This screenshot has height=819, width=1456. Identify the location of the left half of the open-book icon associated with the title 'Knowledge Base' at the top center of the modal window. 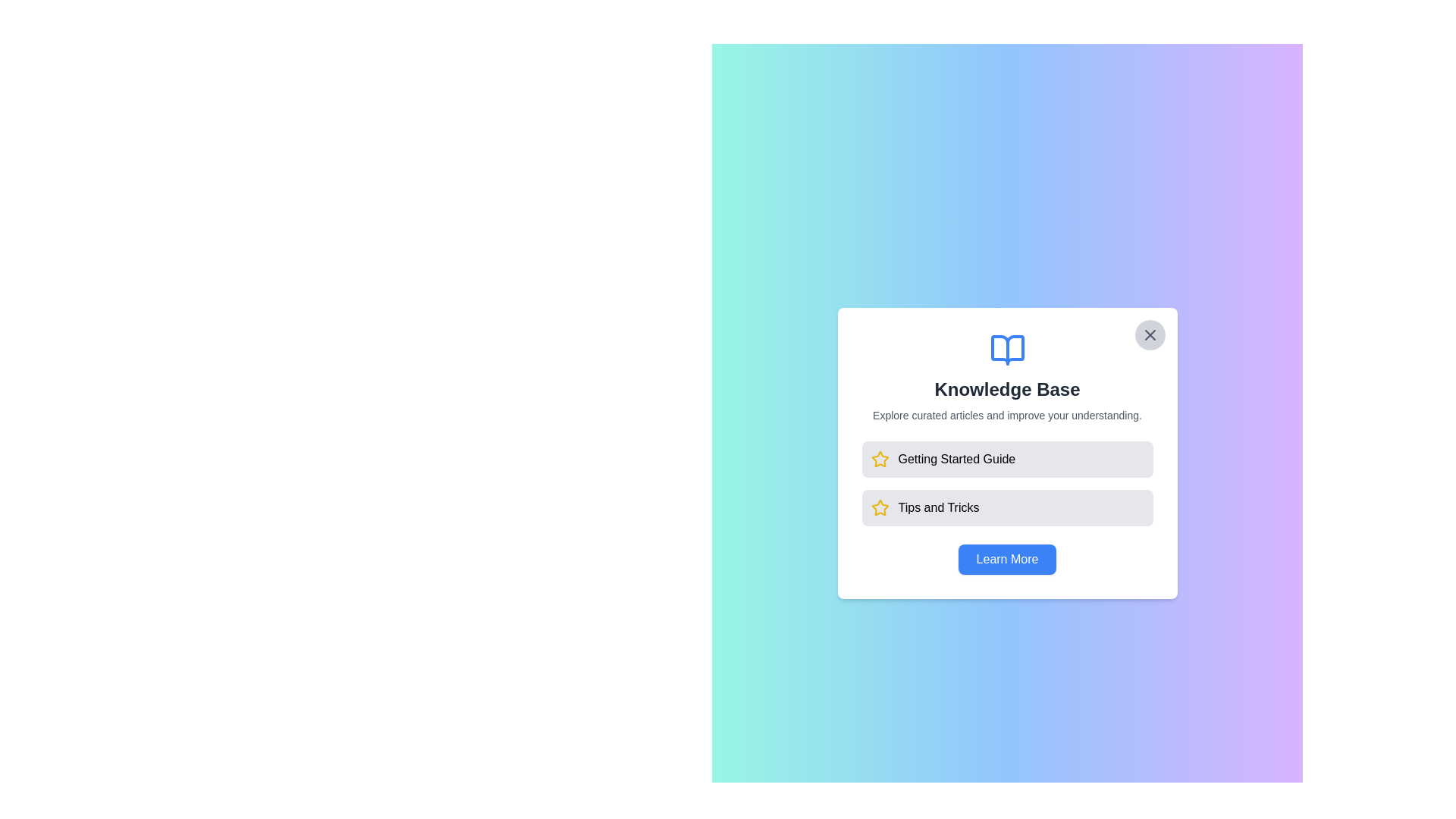
(1007, 350).